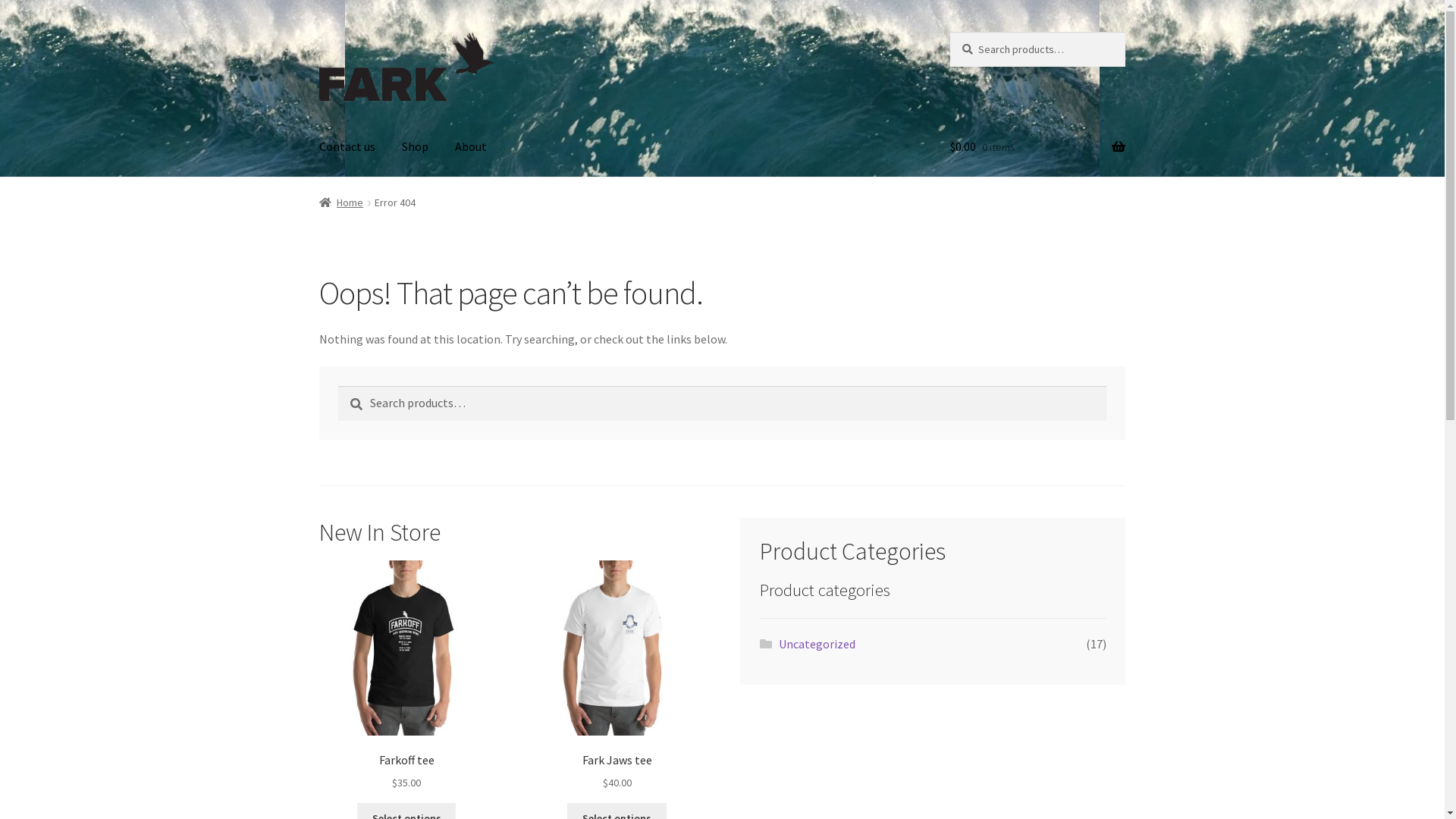 Image resolution: width=1456 pixels, height=819 pixels. Describe the element at coordinates (779, 643) in the screenshot. I see `'Uncategorized'` at that location.